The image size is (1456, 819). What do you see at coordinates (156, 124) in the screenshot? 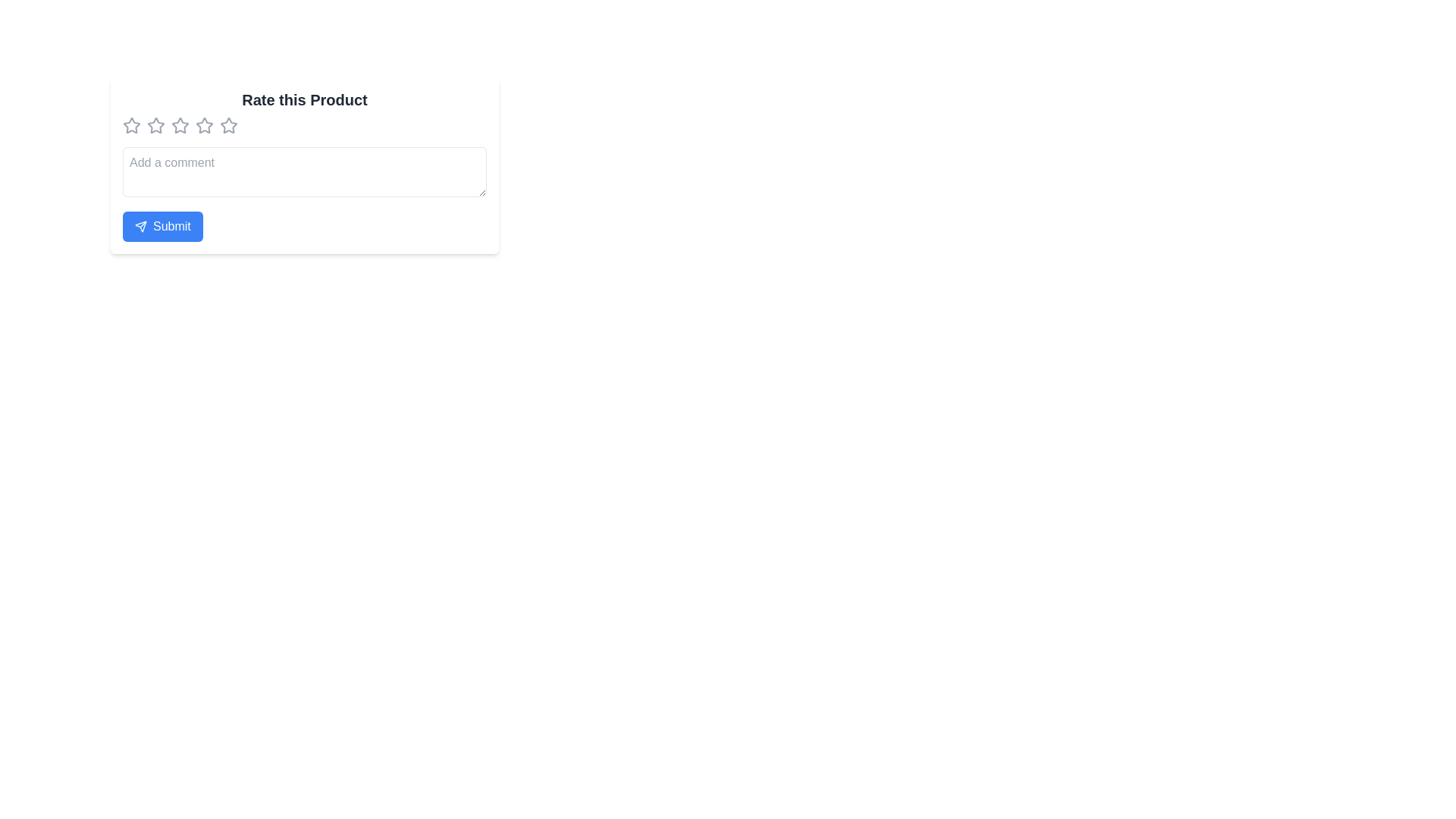
I see `the second star from the left in the rating component of the 'Rate this Product' dialog` at bounding box center [156, 124].